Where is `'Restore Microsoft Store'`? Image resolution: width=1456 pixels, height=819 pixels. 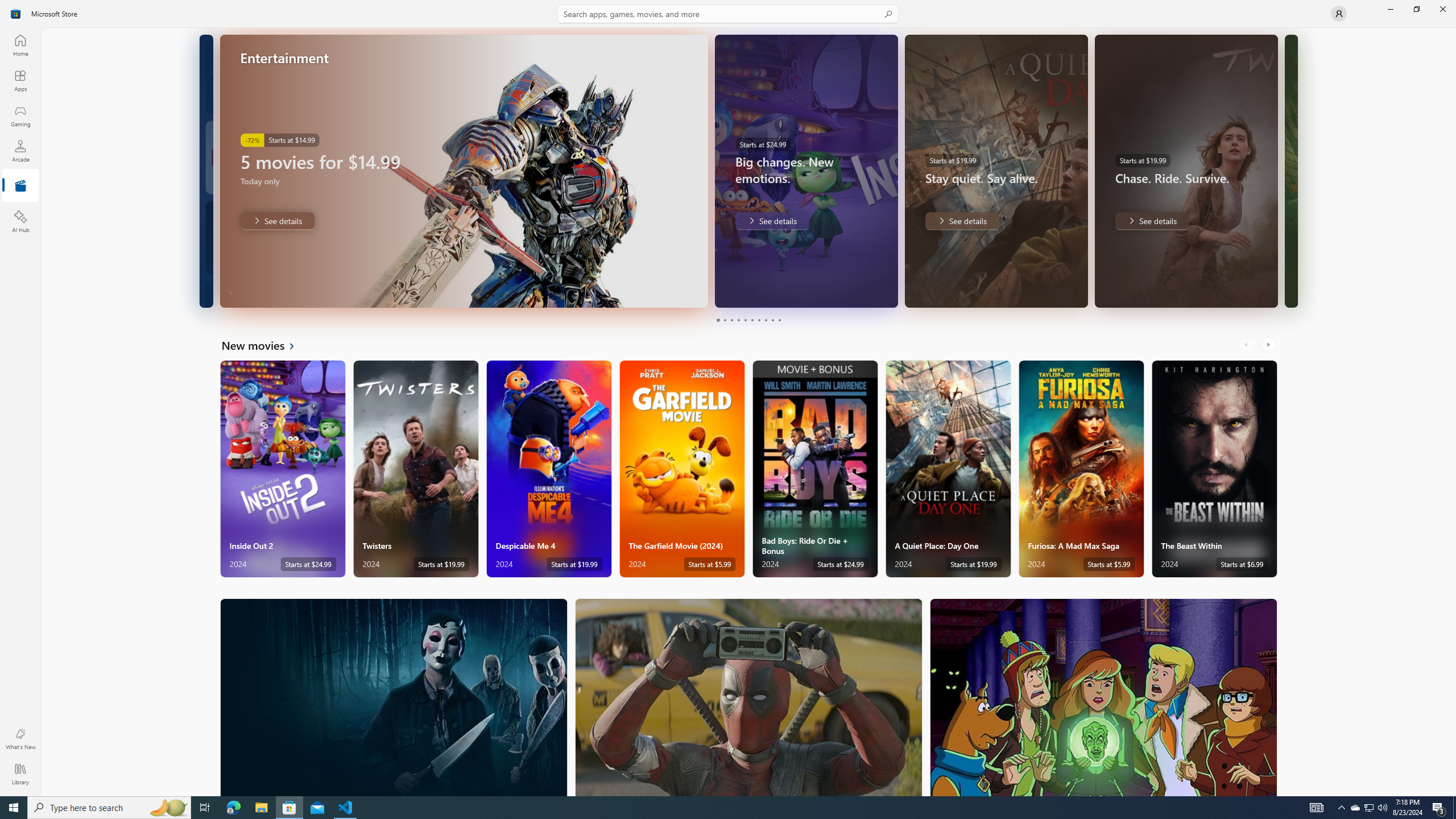
'Restore Microsoft Store' is located at coordinates (1416, 9).